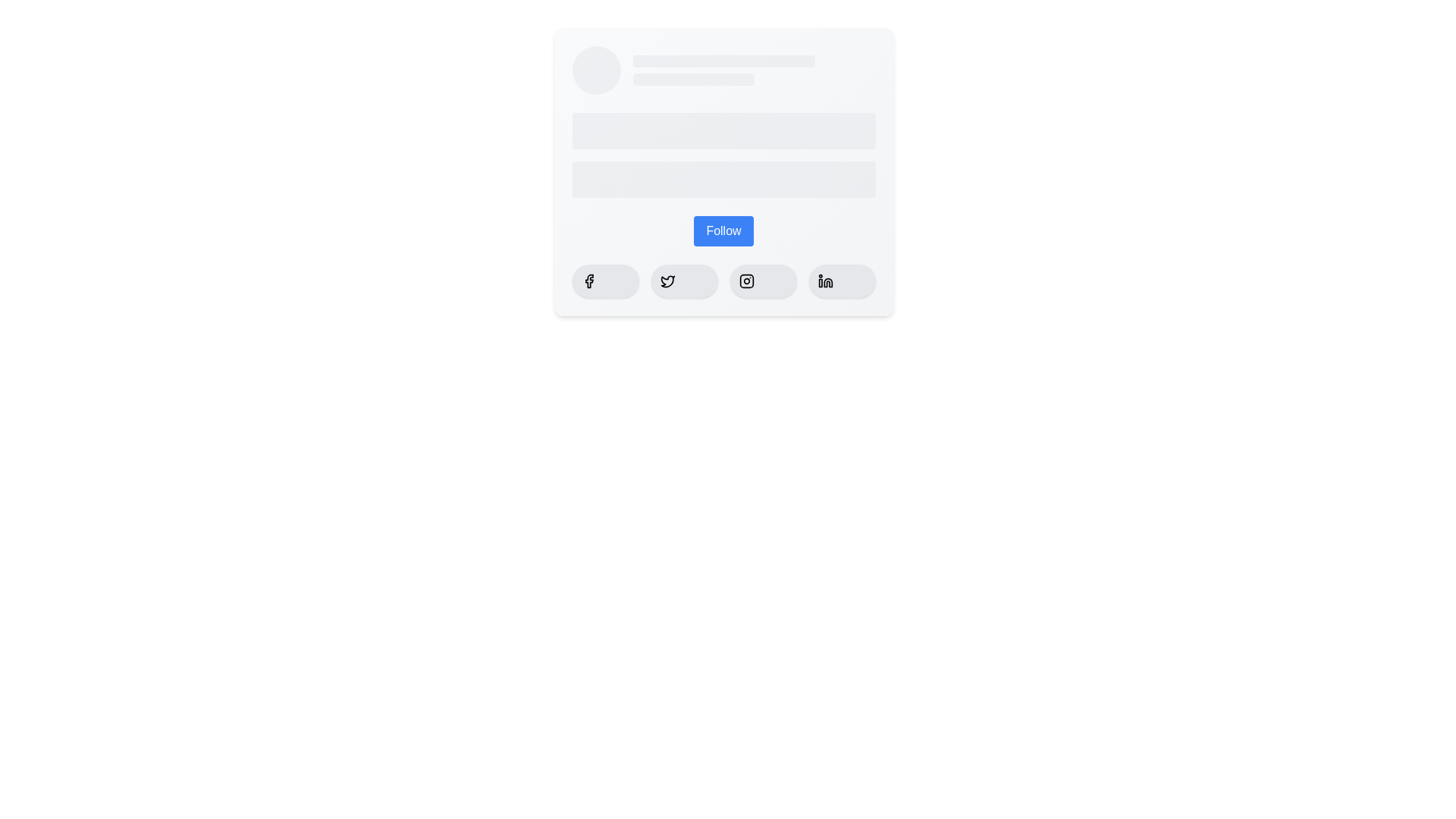  I want to click on the LinkedIn icon button located in the bottom right section of the social media icons, so click(824, 281).